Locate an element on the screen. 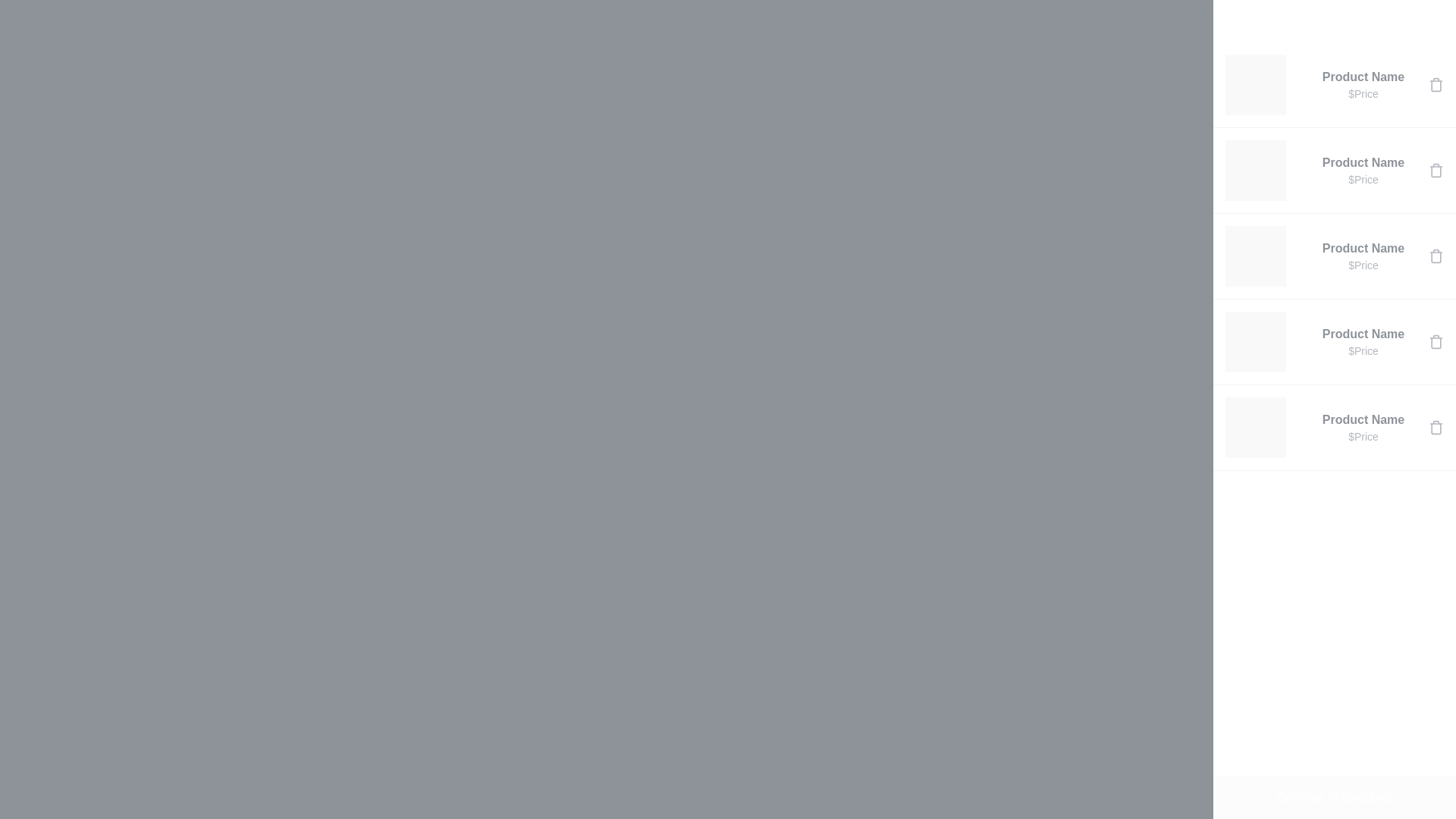  the static text element displaying '$Price', which is styled in gray and positioned below 'Product Name' is located at coordinates (1363, 436).